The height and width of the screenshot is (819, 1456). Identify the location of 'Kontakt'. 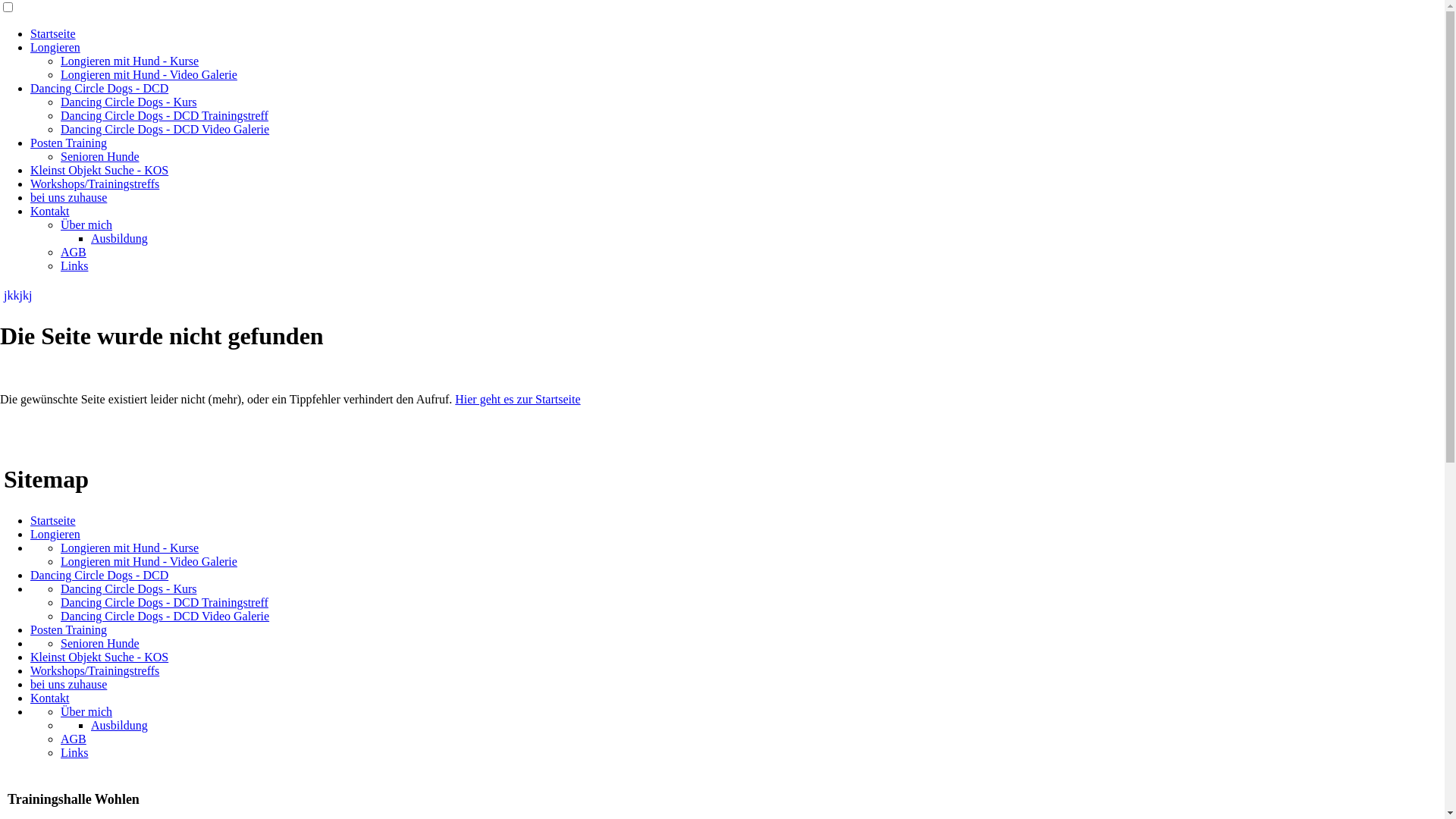
(50, 211).